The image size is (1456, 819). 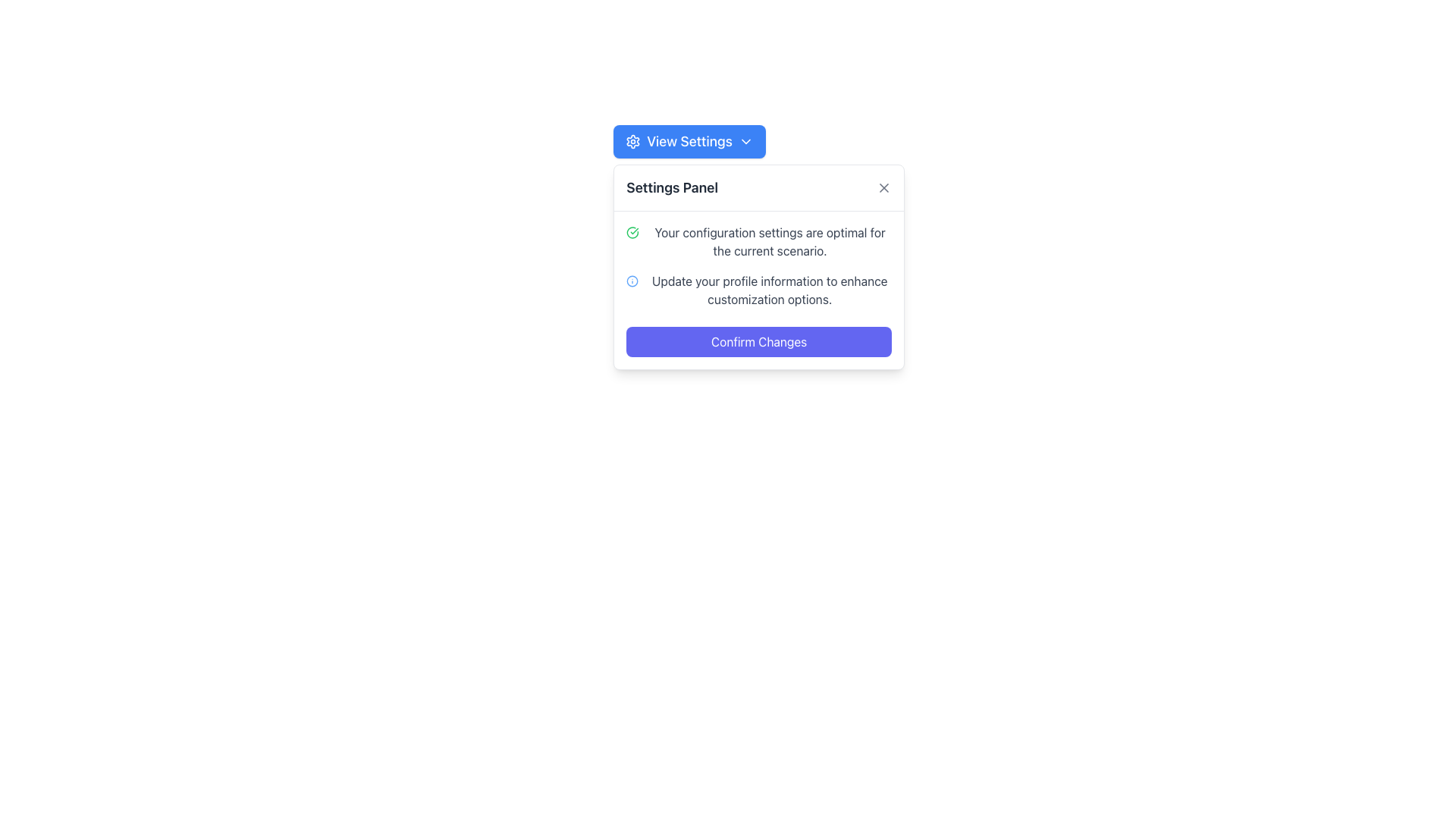 I want to click on keyboard navigation, so click(x=884, y=187).